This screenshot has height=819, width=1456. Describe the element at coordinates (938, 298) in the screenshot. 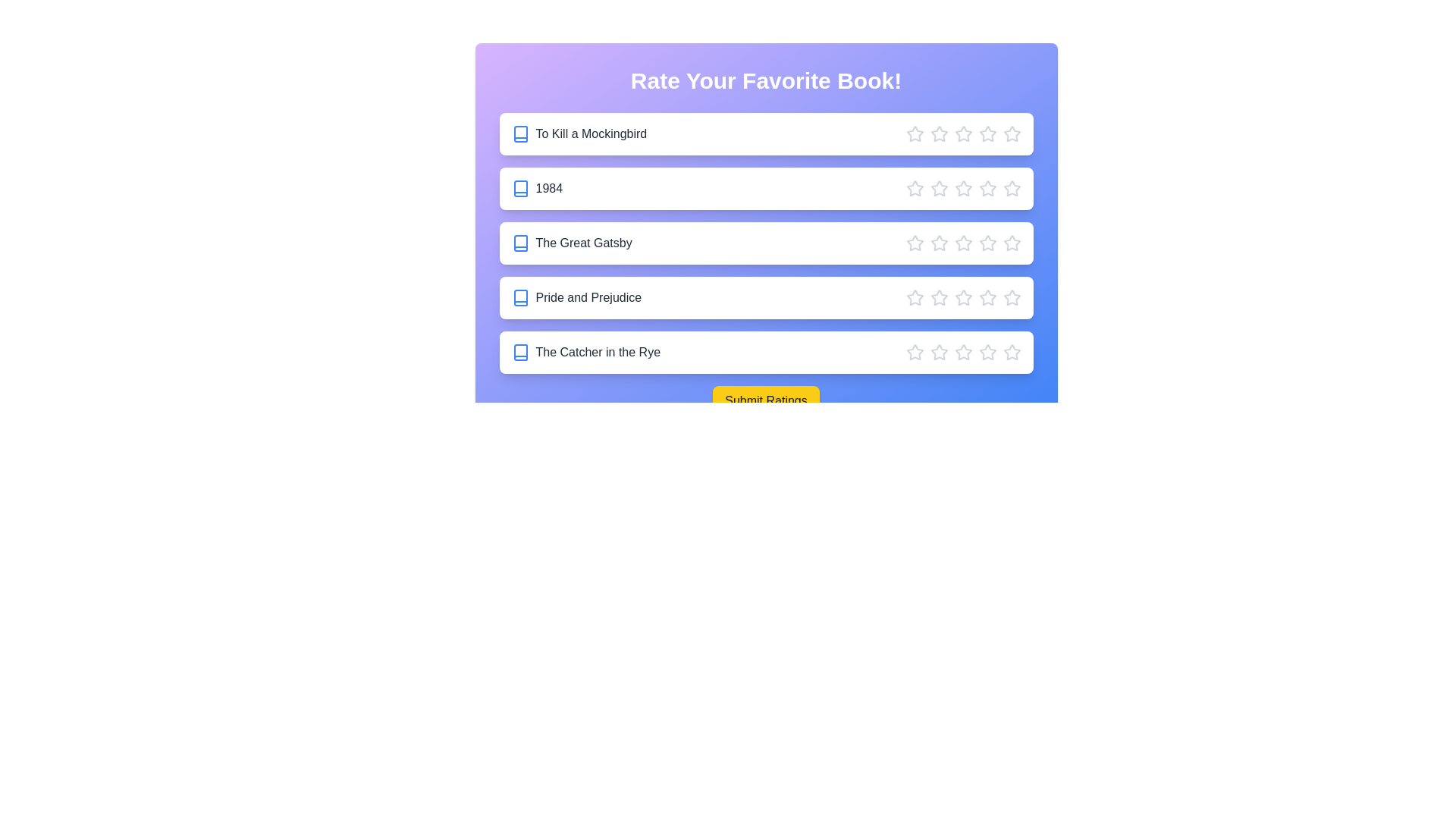

I see `the star corresponding to 2 stars for the book 'Pride and Prejudice'` at that location.